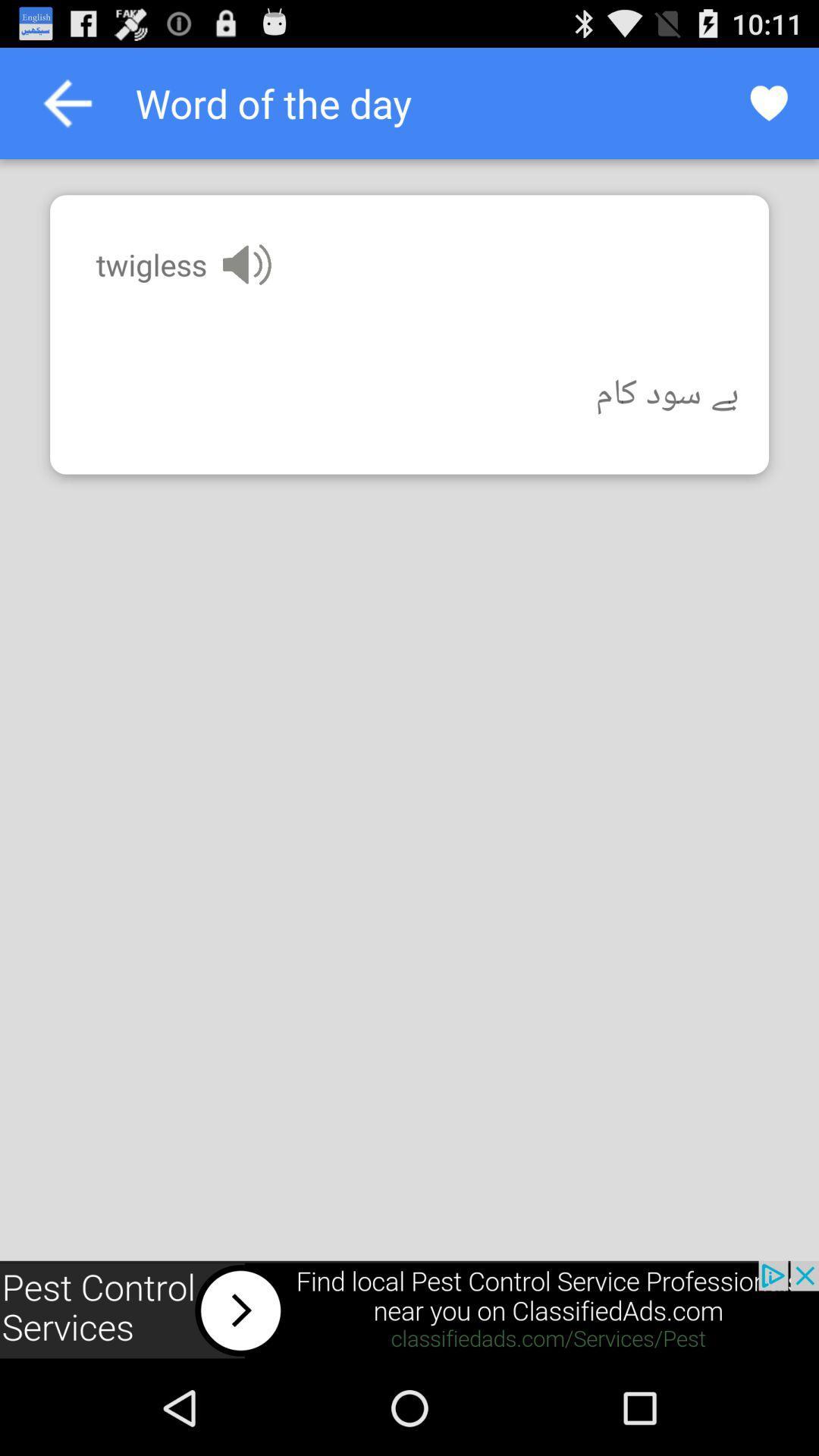 This screenshot has height=1456, width=819. I want to click on audio, so click(246, 265).